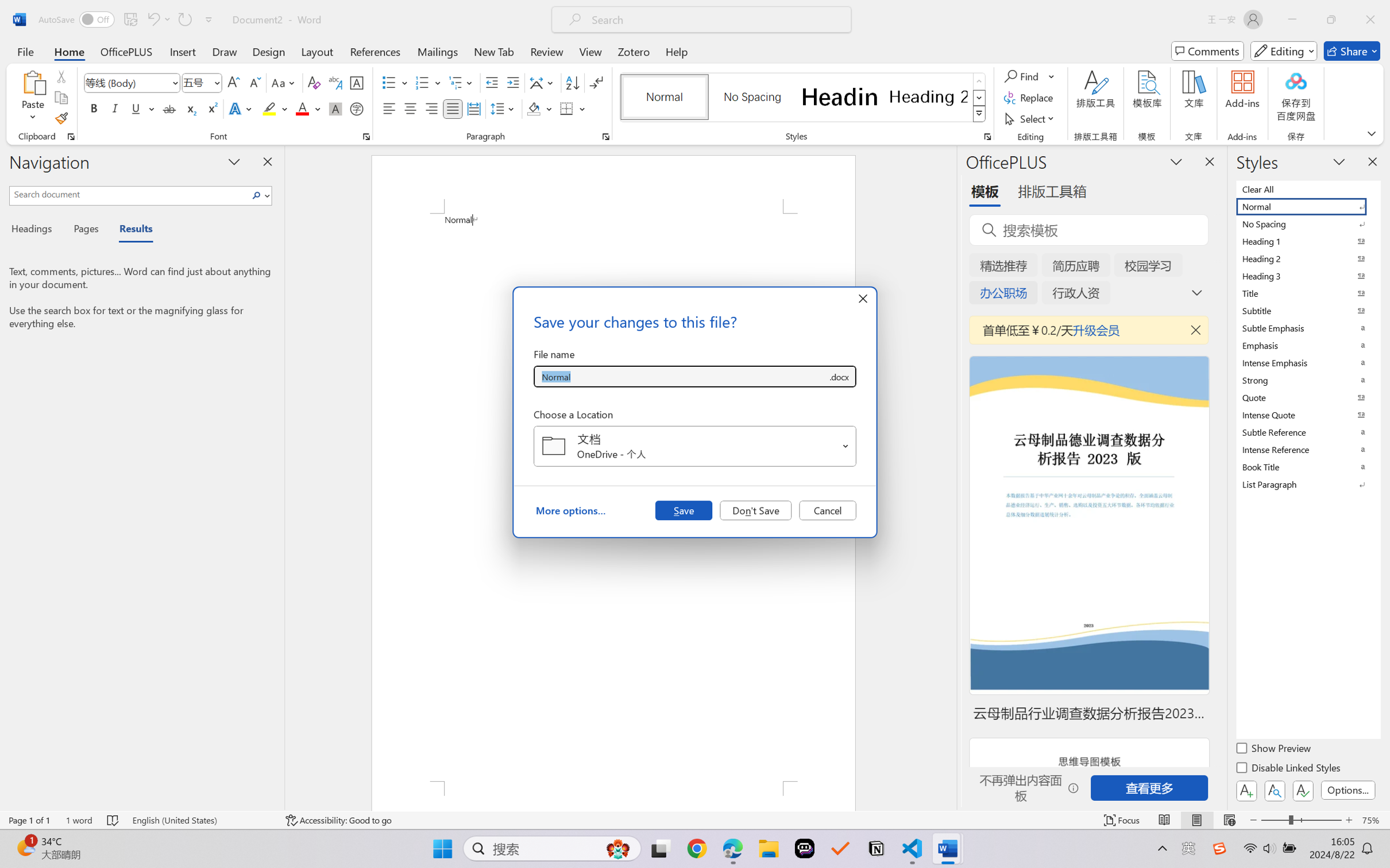 This screenshot has width=1390, height=868. Describe the element at coordinates (126, 83) in the screenshot. I see `'Font'` at that location.